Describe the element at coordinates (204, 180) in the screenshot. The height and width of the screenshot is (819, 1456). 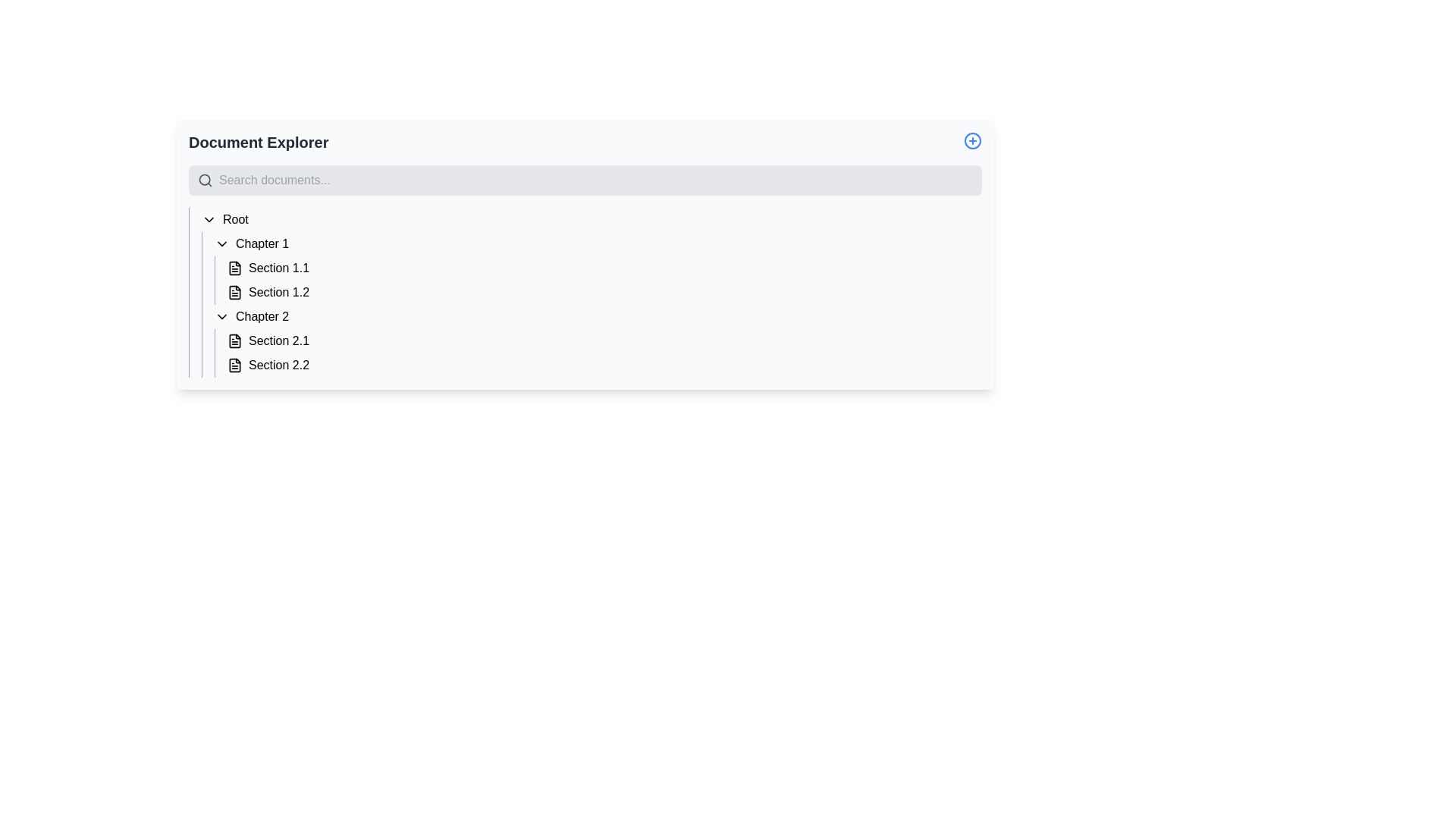
I see `the search icon located to the left of the input field in the search bar component at the top of the document explorer` at that location.